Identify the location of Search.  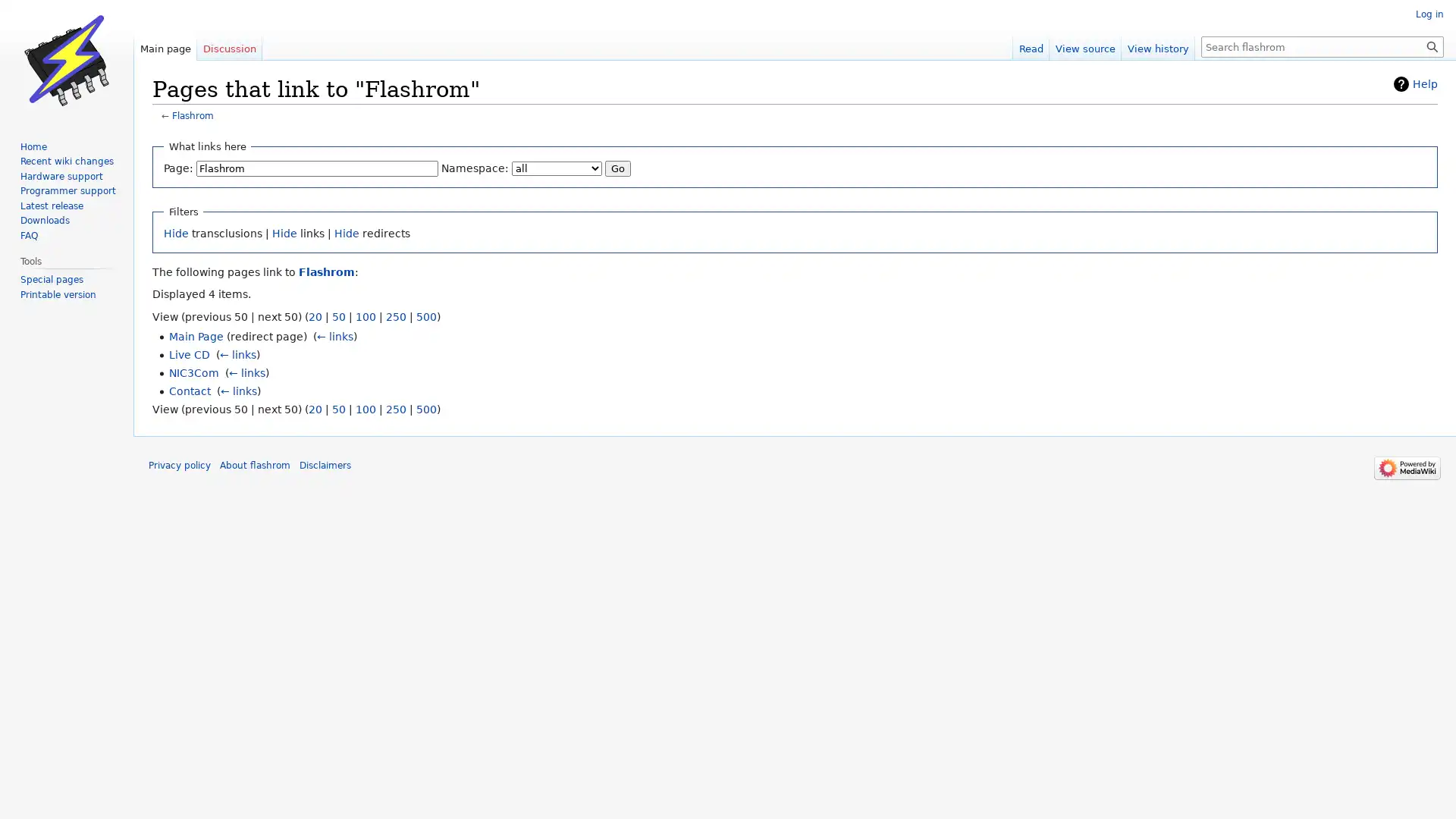
(1432, 45).